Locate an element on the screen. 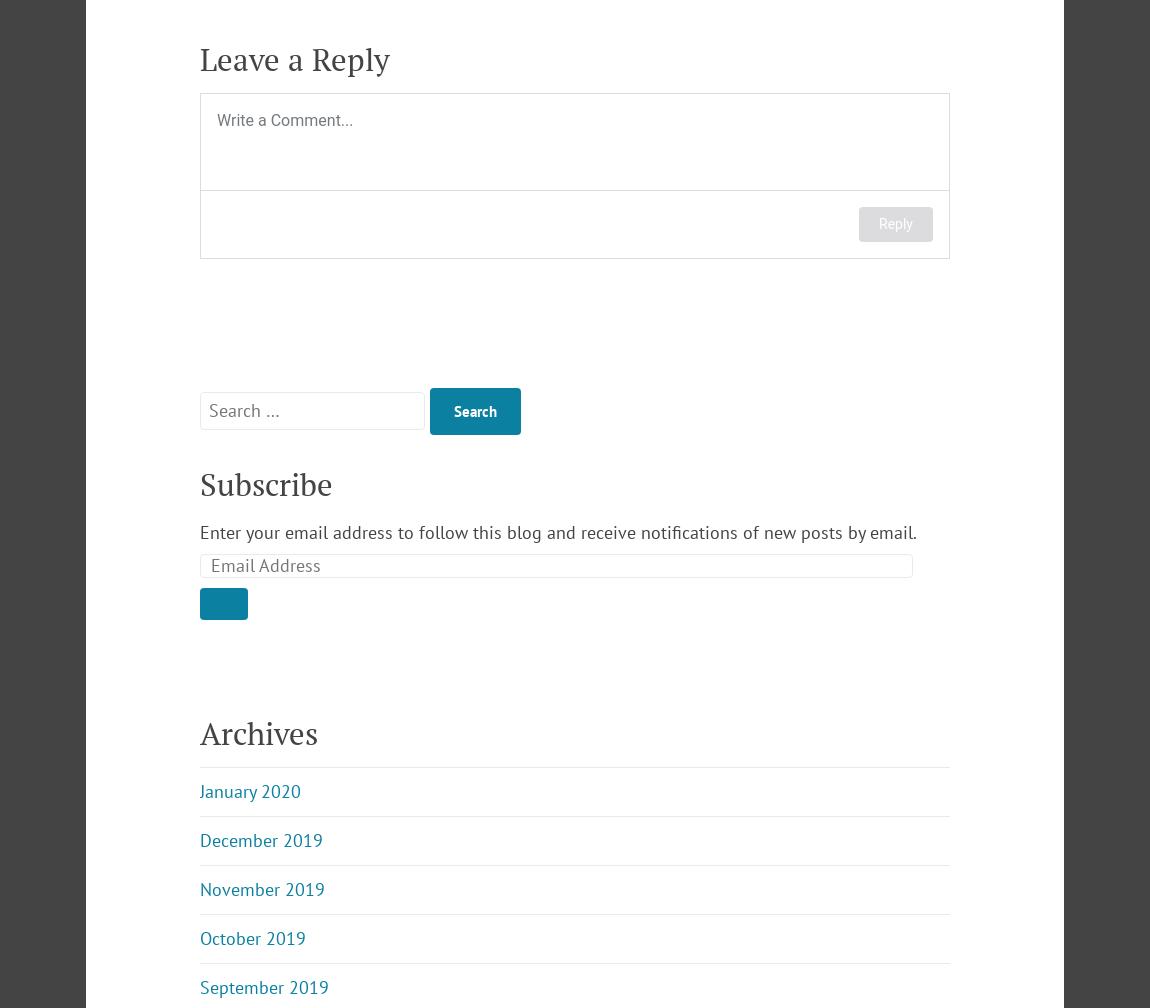  'Enter your email address to follow this blog and receive notifications of new posts by email.' is located at coordinates (558, 532).